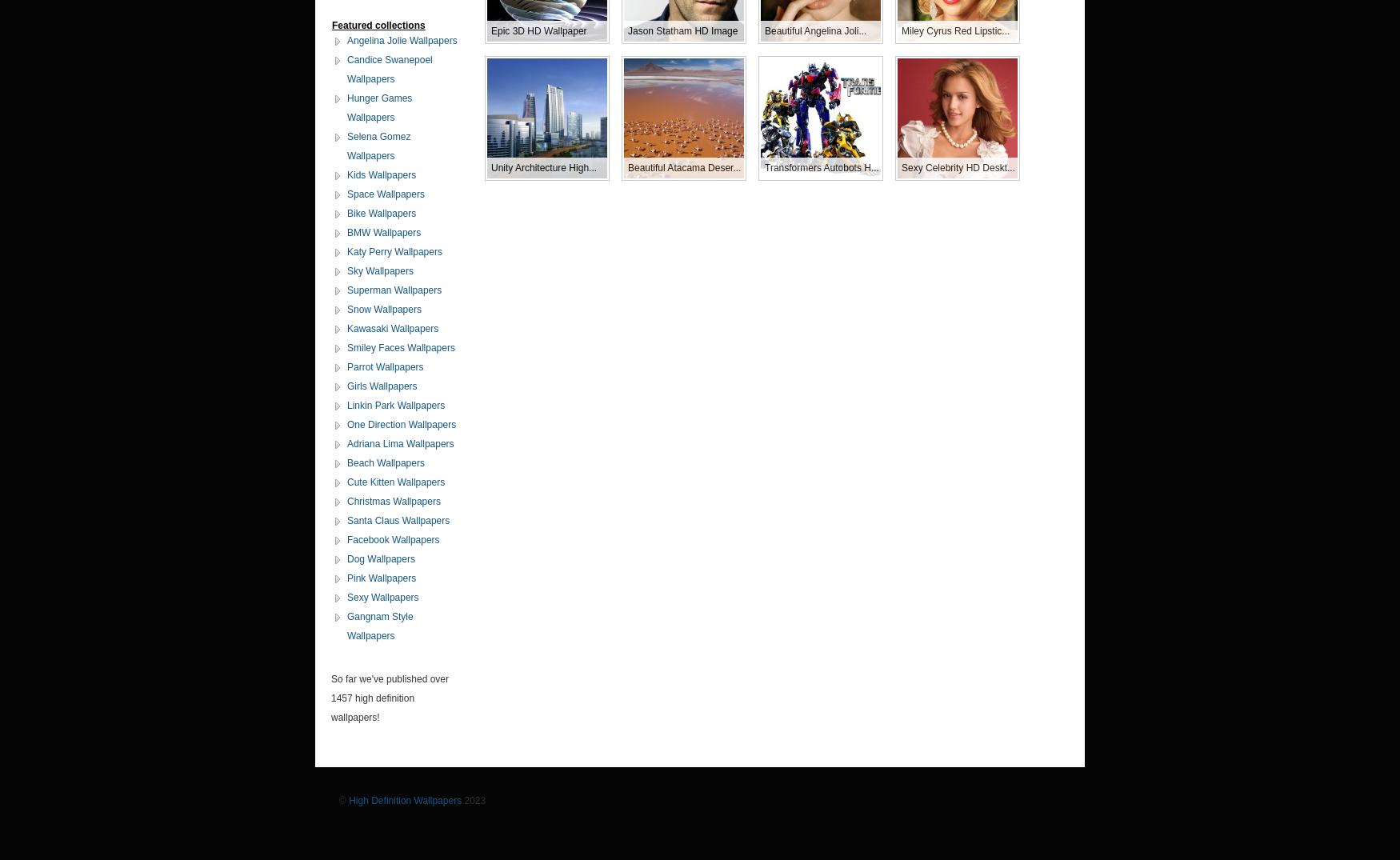 The height and width of the screenshot is (860, 1400). Describe the element at coordinates (346, 462) in the screenshot. I see `'Beach Wallpapers'` at that location.